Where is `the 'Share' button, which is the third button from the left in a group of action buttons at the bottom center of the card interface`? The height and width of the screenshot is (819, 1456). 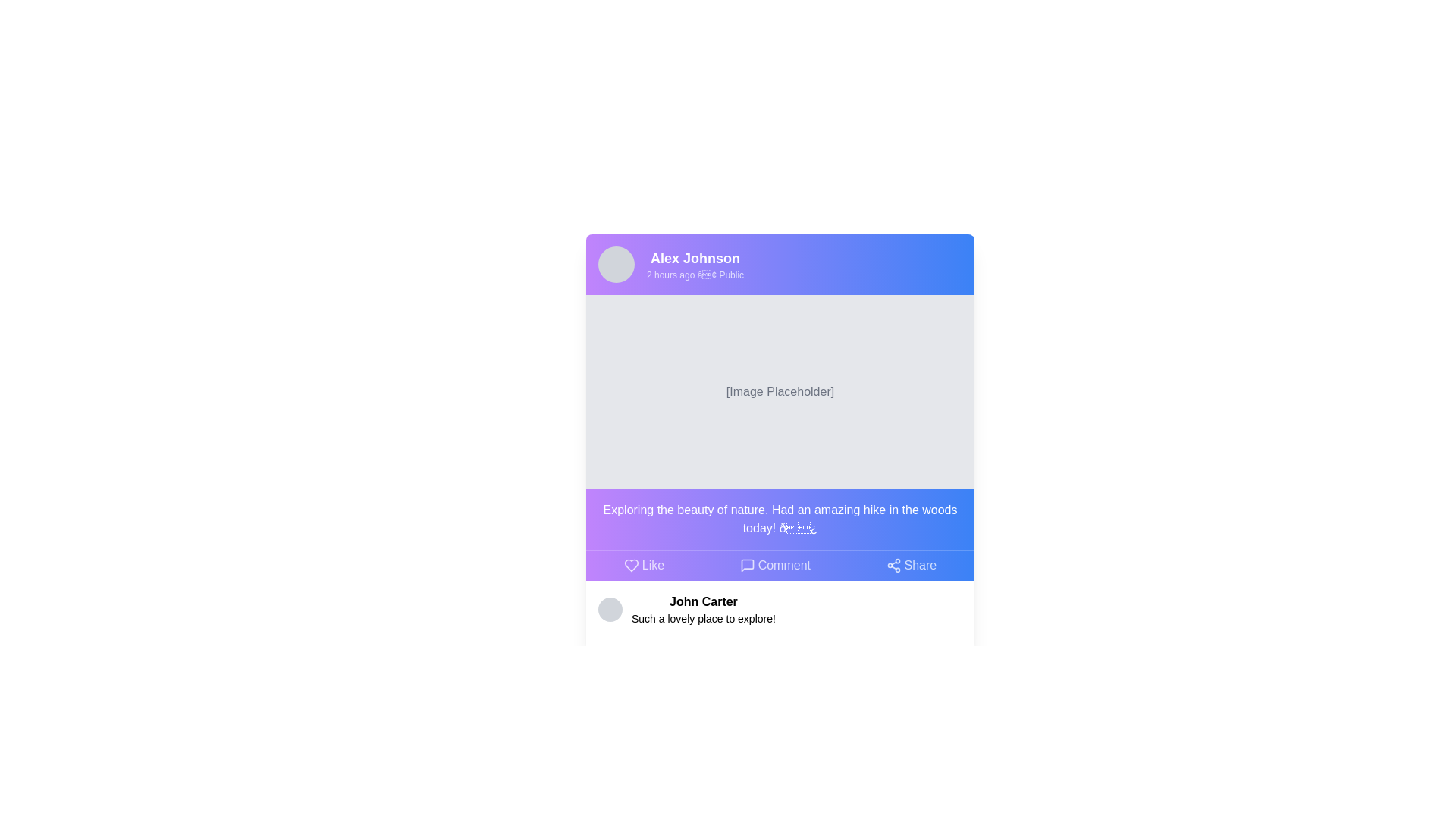 the 'Share' button, which is the third button from the left in a group of action buttons at the bottom center of the card interface is located at coordinates (910, 565).